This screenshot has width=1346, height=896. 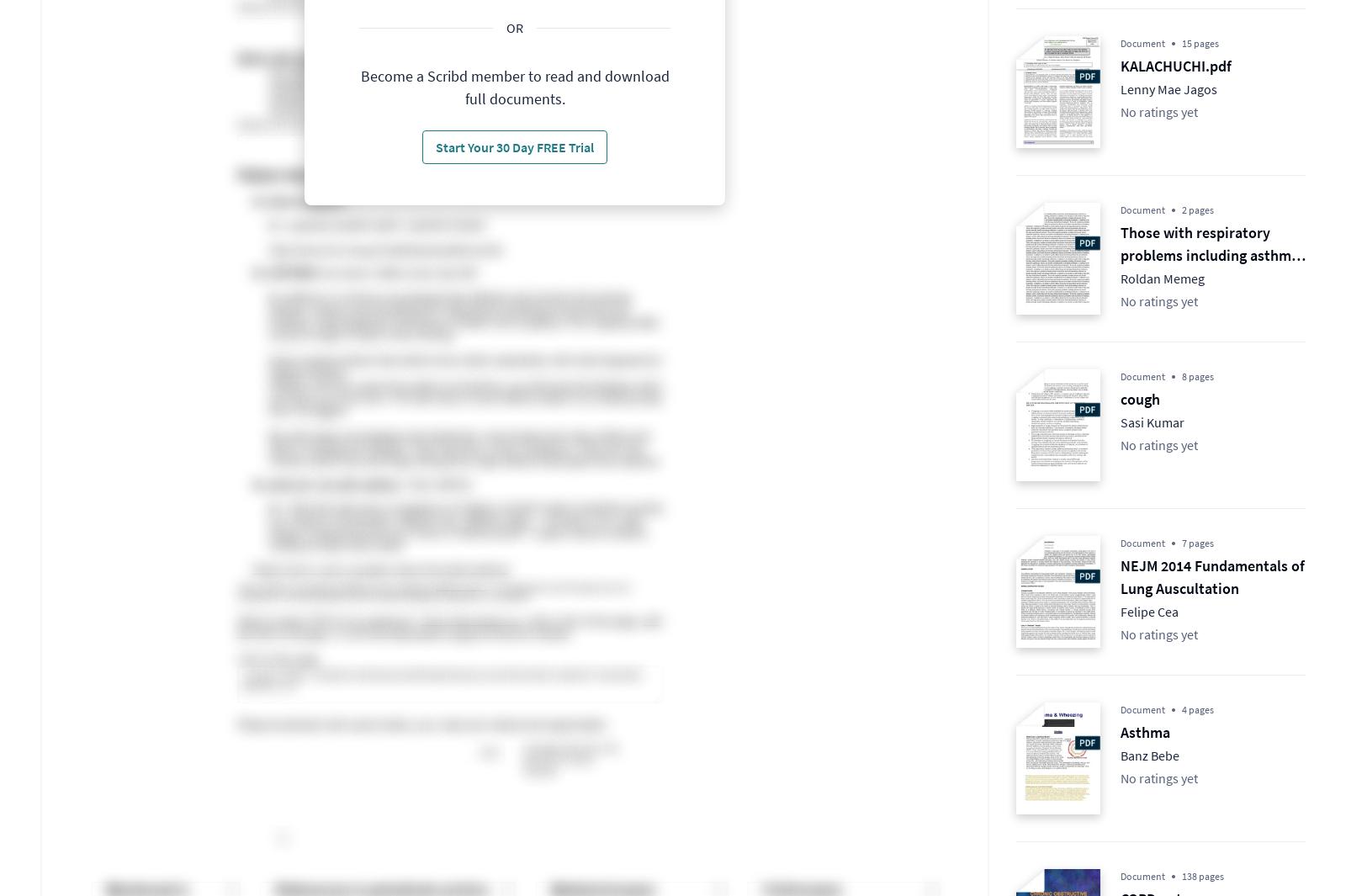 What do you see at coordinates (1203, 876) in the screenshot?
I see `'138 pages'` at bounding box center [1203, 876].